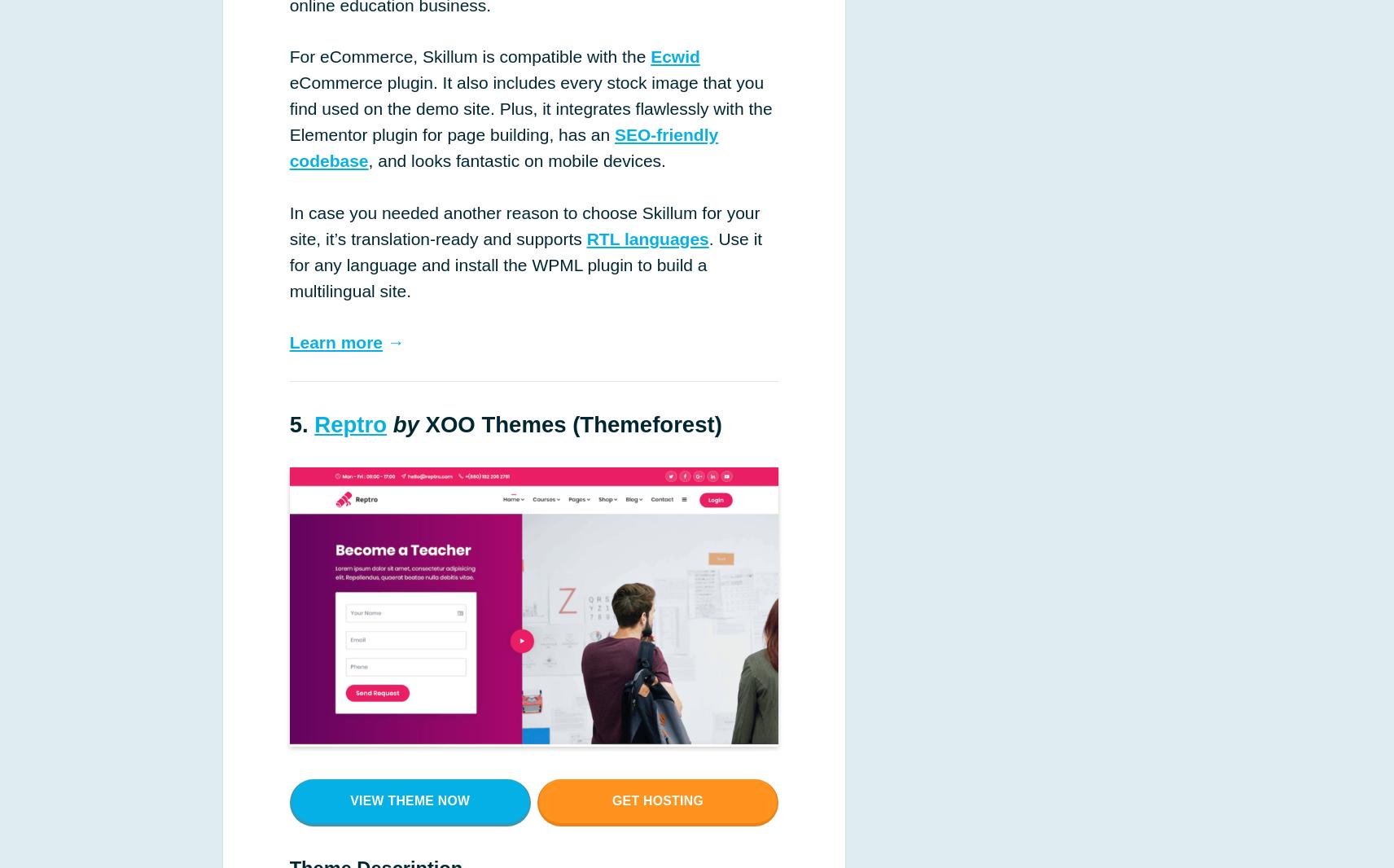  What do you see at coordinates (502, 147) in the screenshot?
I see `'SEO-friendly codebase'` at bounding box center [502, 147].